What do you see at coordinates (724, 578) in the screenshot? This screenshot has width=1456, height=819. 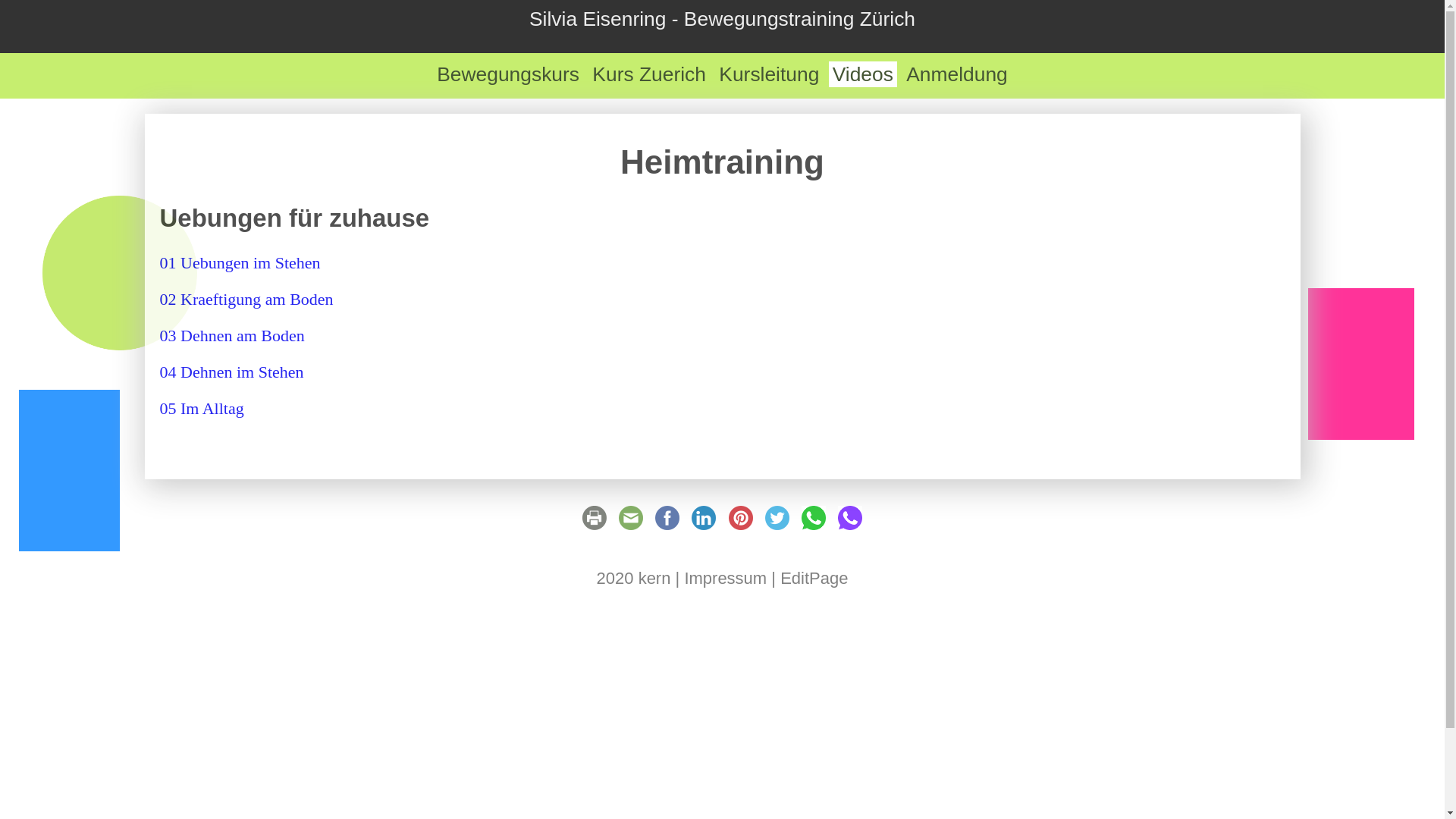 I see `'Impressum'` at bounding box center [724, 578].